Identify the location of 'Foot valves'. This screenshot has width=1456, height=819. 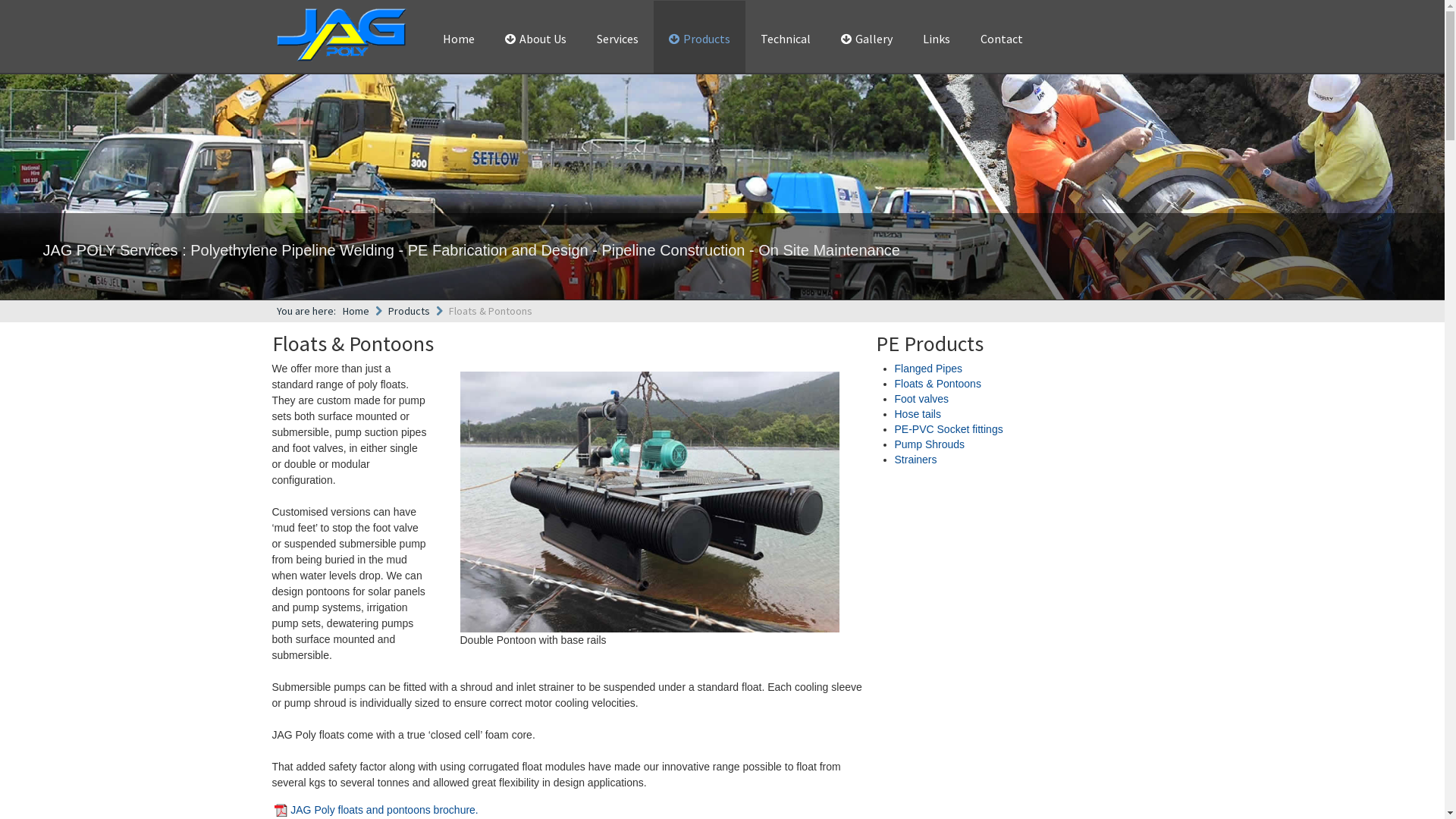
(895, 397).